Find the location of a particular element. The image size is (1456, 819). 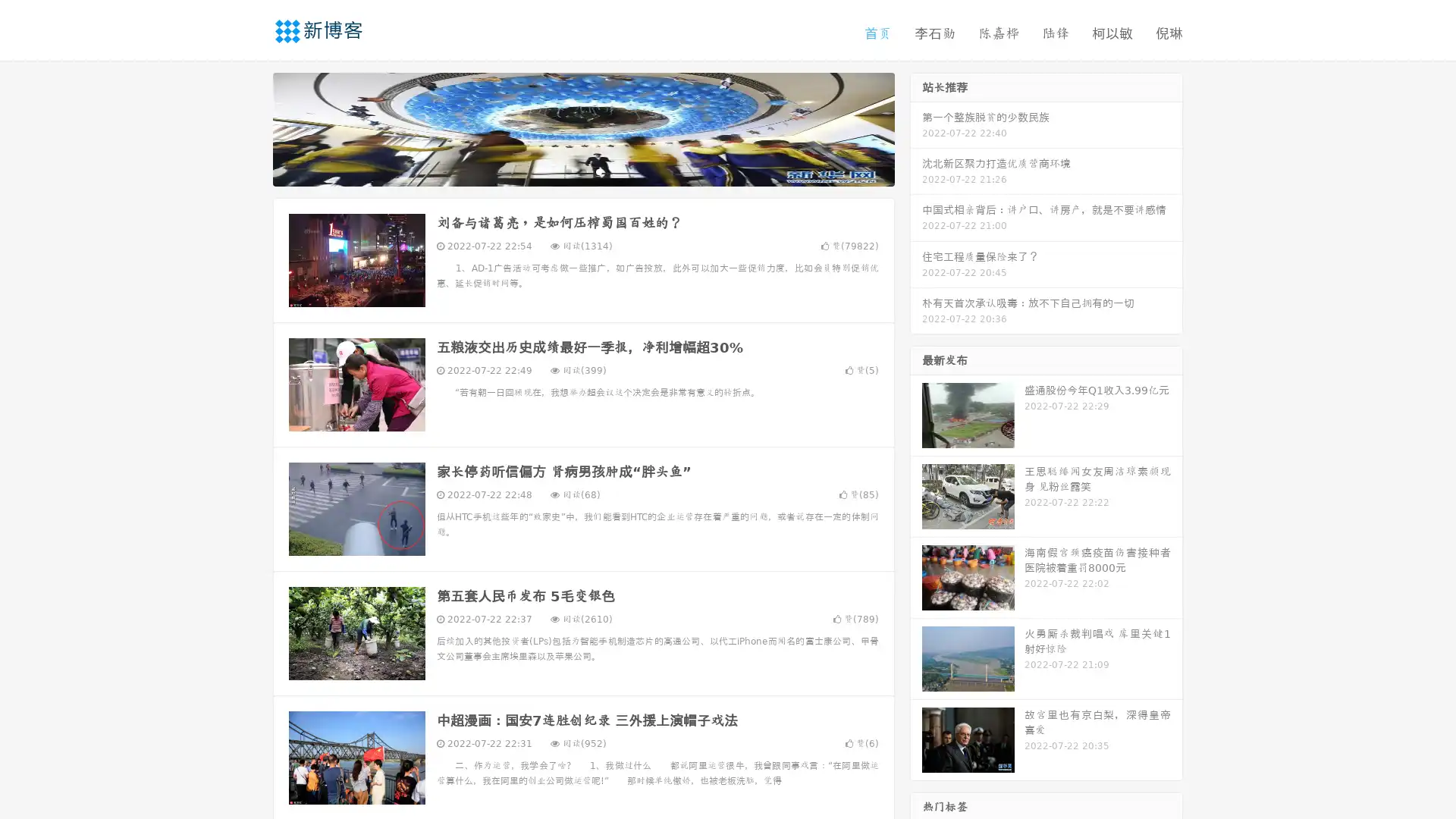

Go to slide 3 is located at coordinates (598, 171).